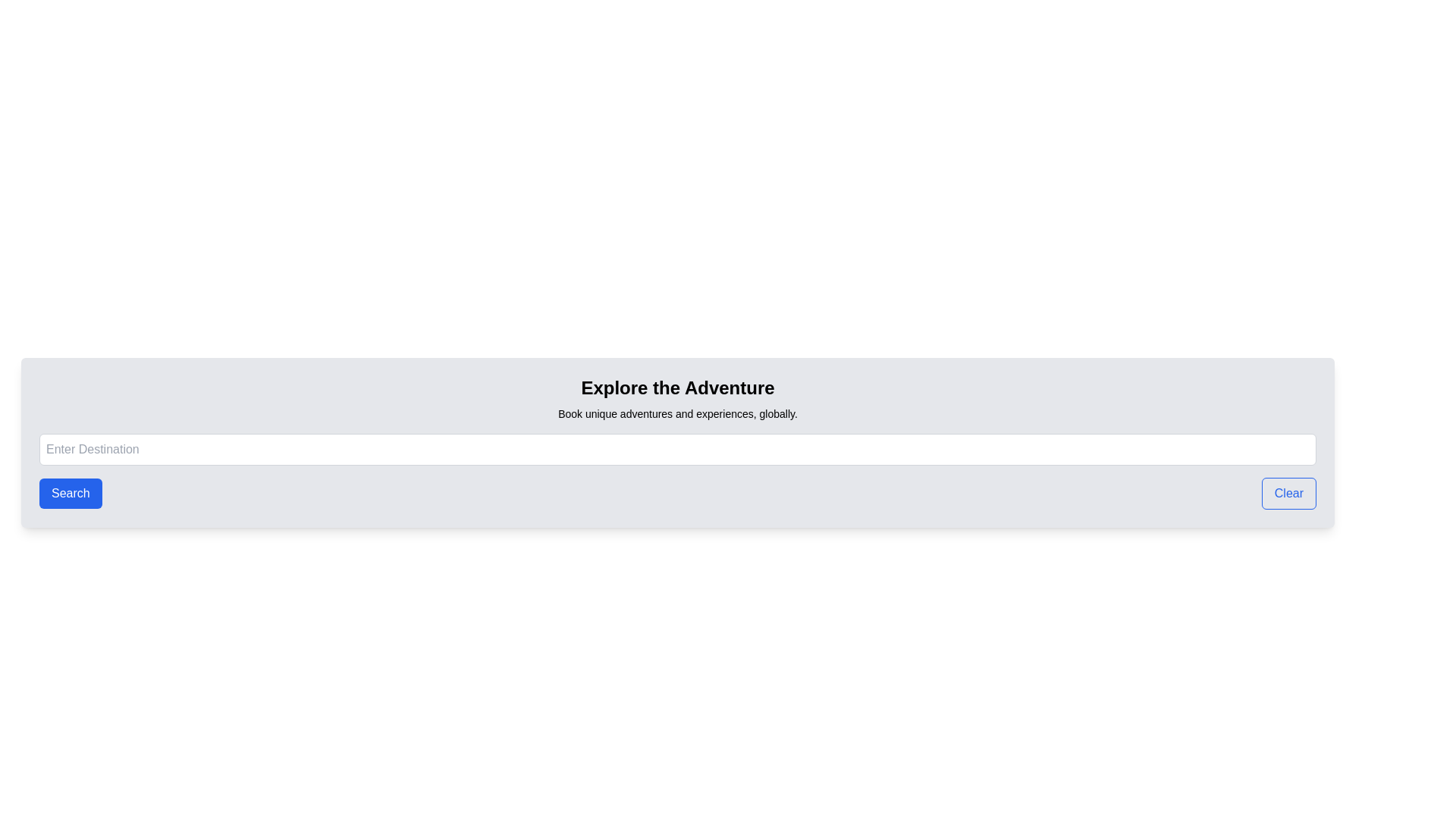 The image size is (1456, 819). What do you see at coordinates (676, 414) in the screenshot?
I see `the text element that reads 'Book unique adventures and experiences, globally.' which is located directly below the bold heading 'Explore the Adventure.'` at bounding box center [676, 414].